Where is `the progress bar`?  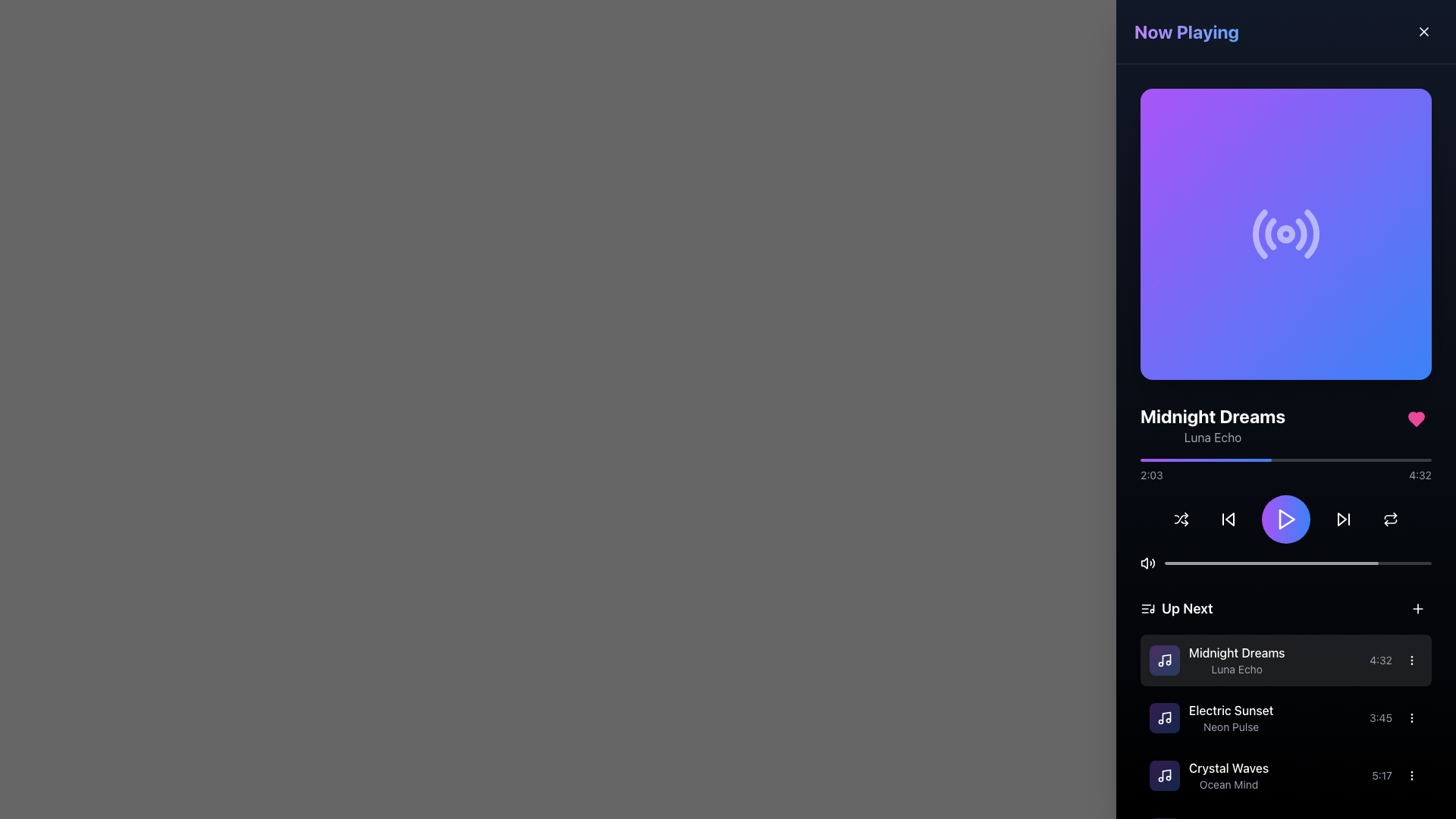 the progress bar is located at coordinates (1242, 459).